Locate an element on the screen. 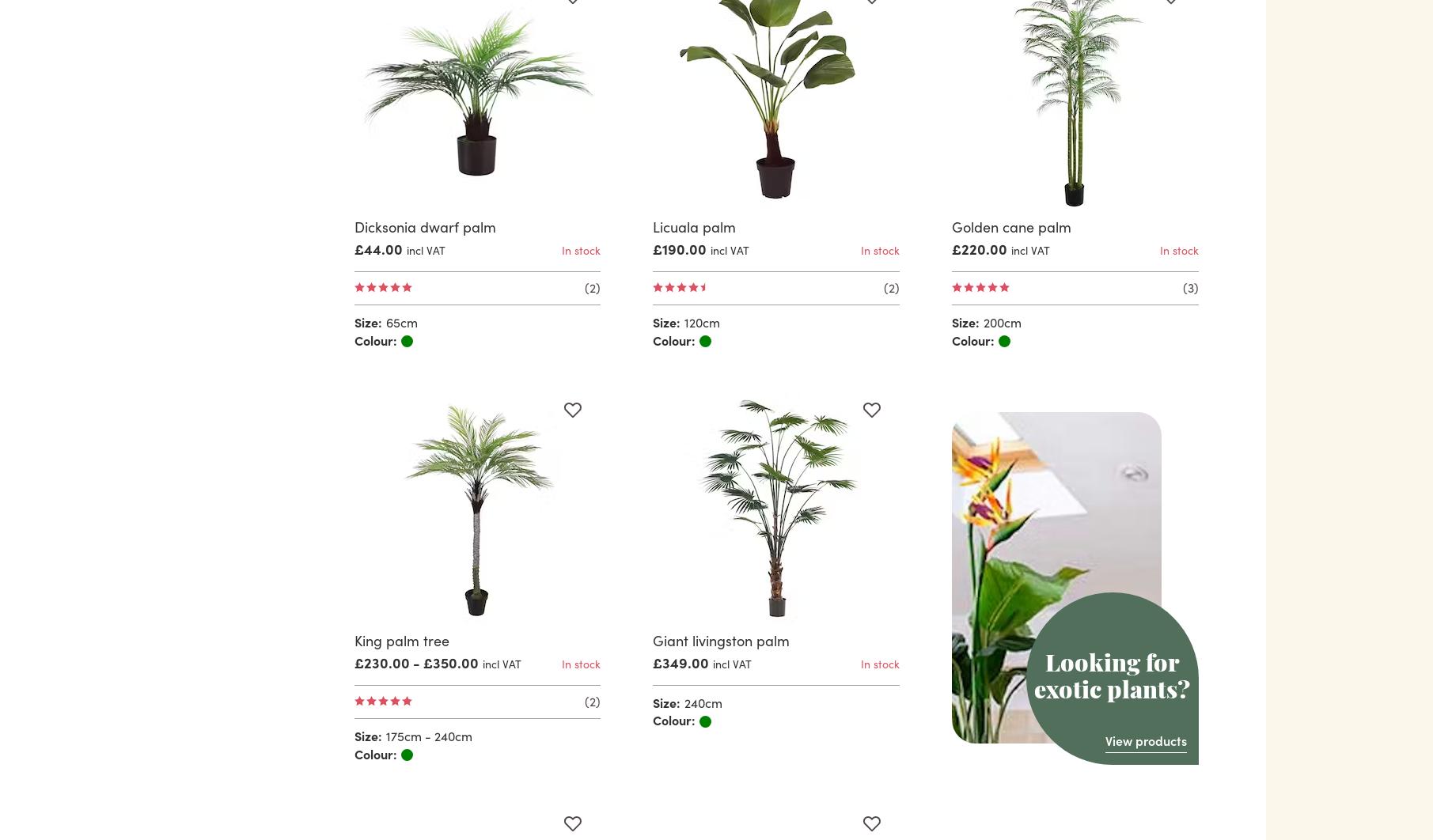  '240cm' is located at coordinates (684, 700).